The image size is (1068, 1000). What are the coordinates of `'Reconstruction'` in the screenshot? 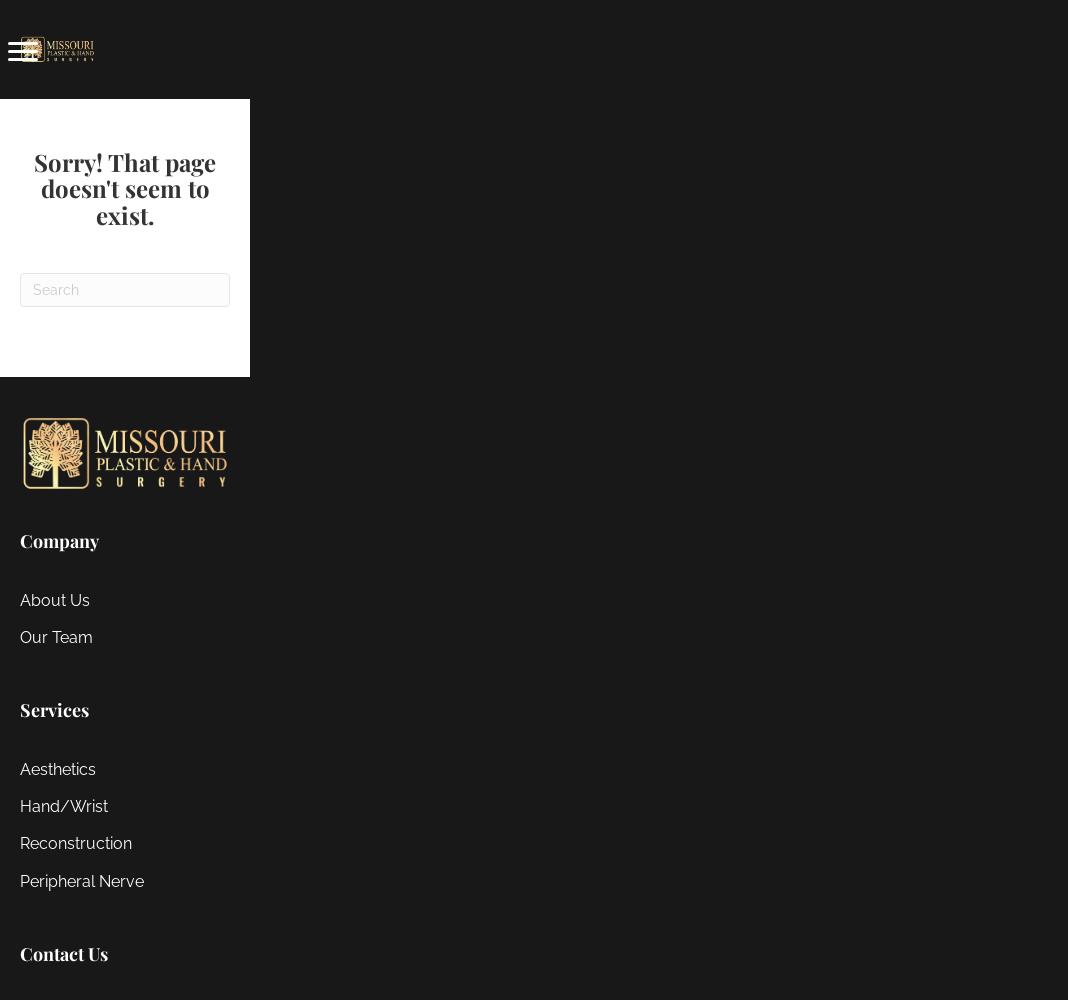 It's located at (75, 842).